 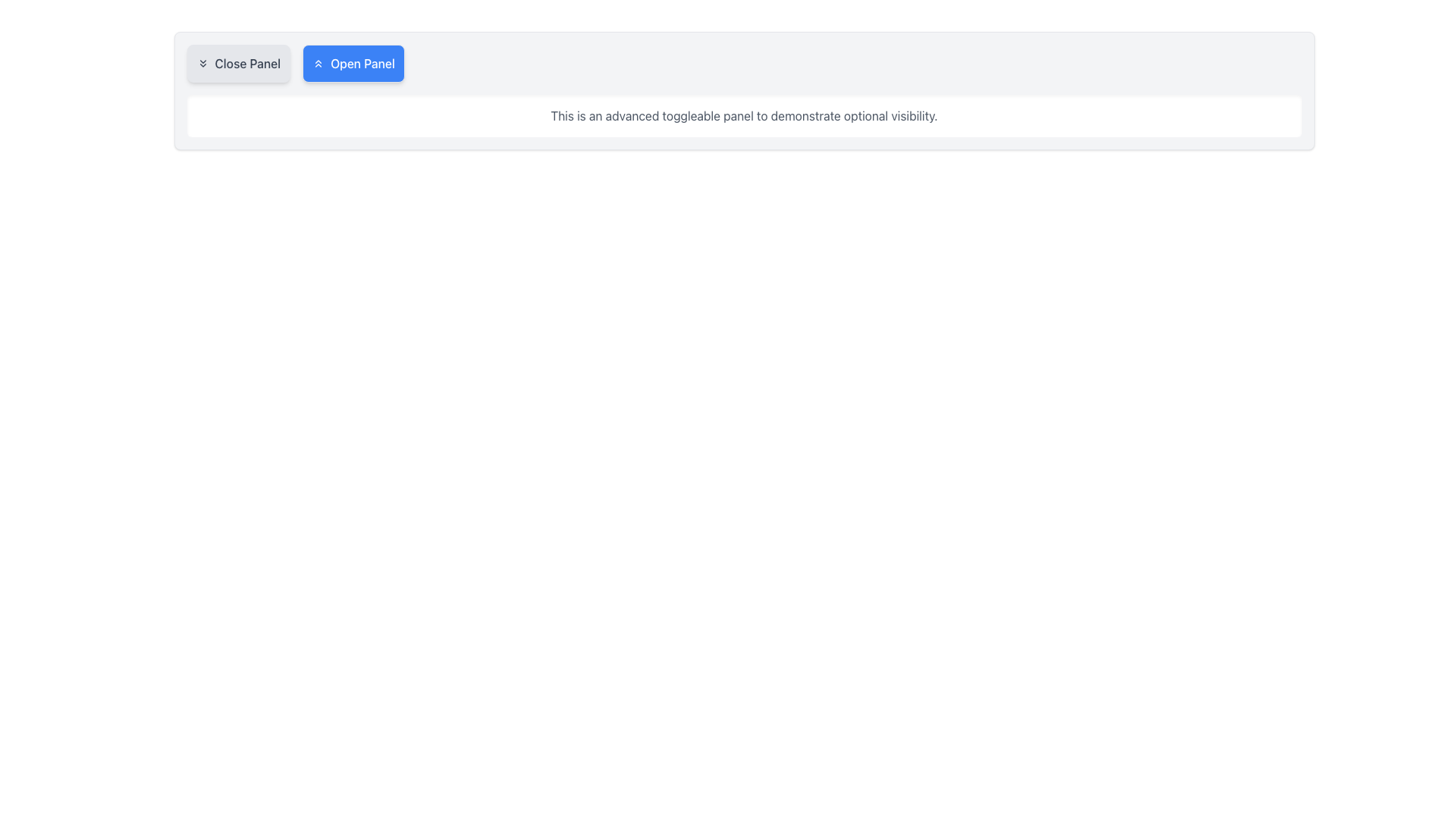 What do you see at coordinates (237, 63) in the screenshot?
I see `the close button located at the top left side of the layout, which collapses the associated panel` at bounding box center [237, 63].